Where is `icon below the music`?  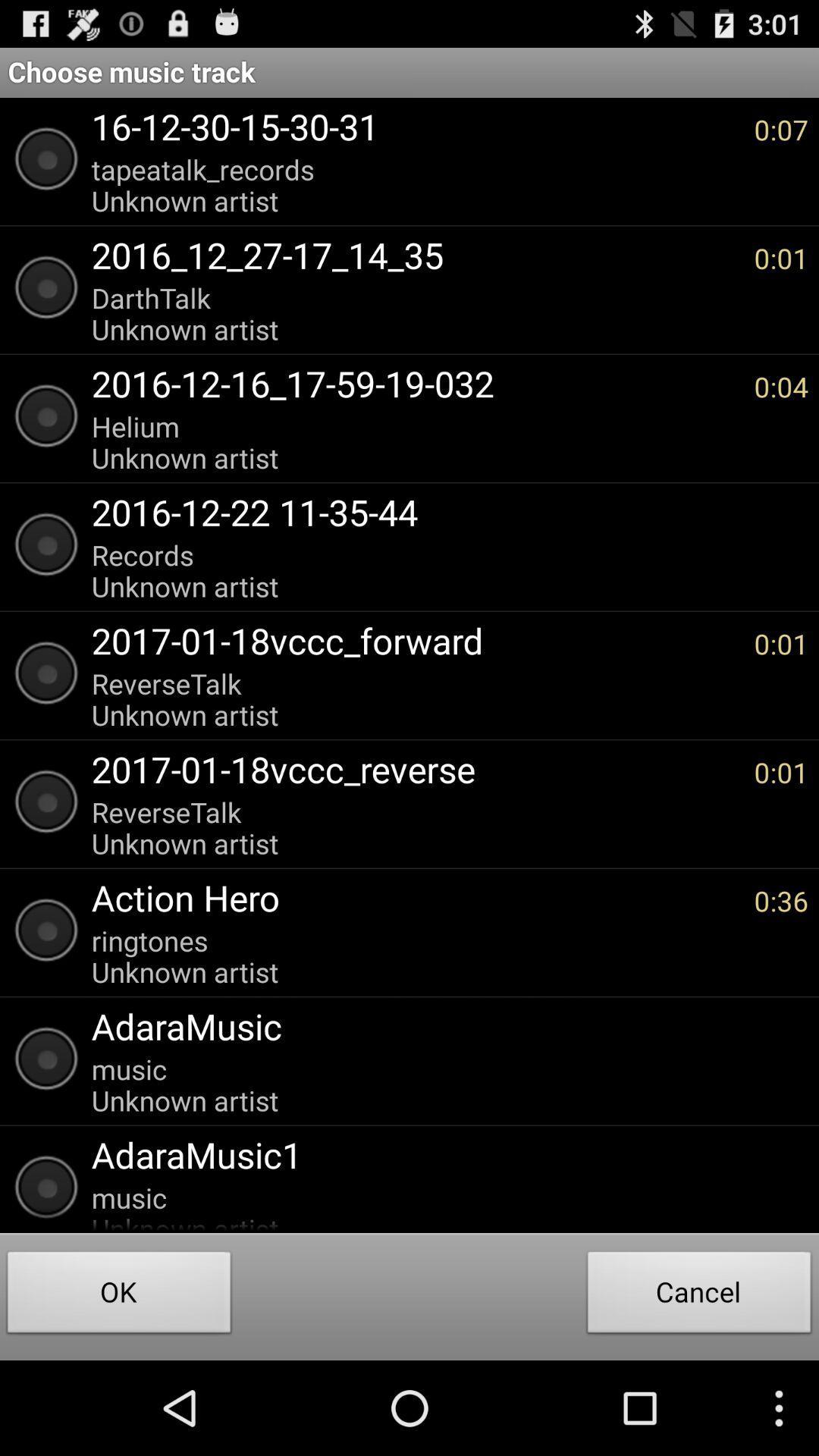 icon below the music is located at coordinates (442, 1153).